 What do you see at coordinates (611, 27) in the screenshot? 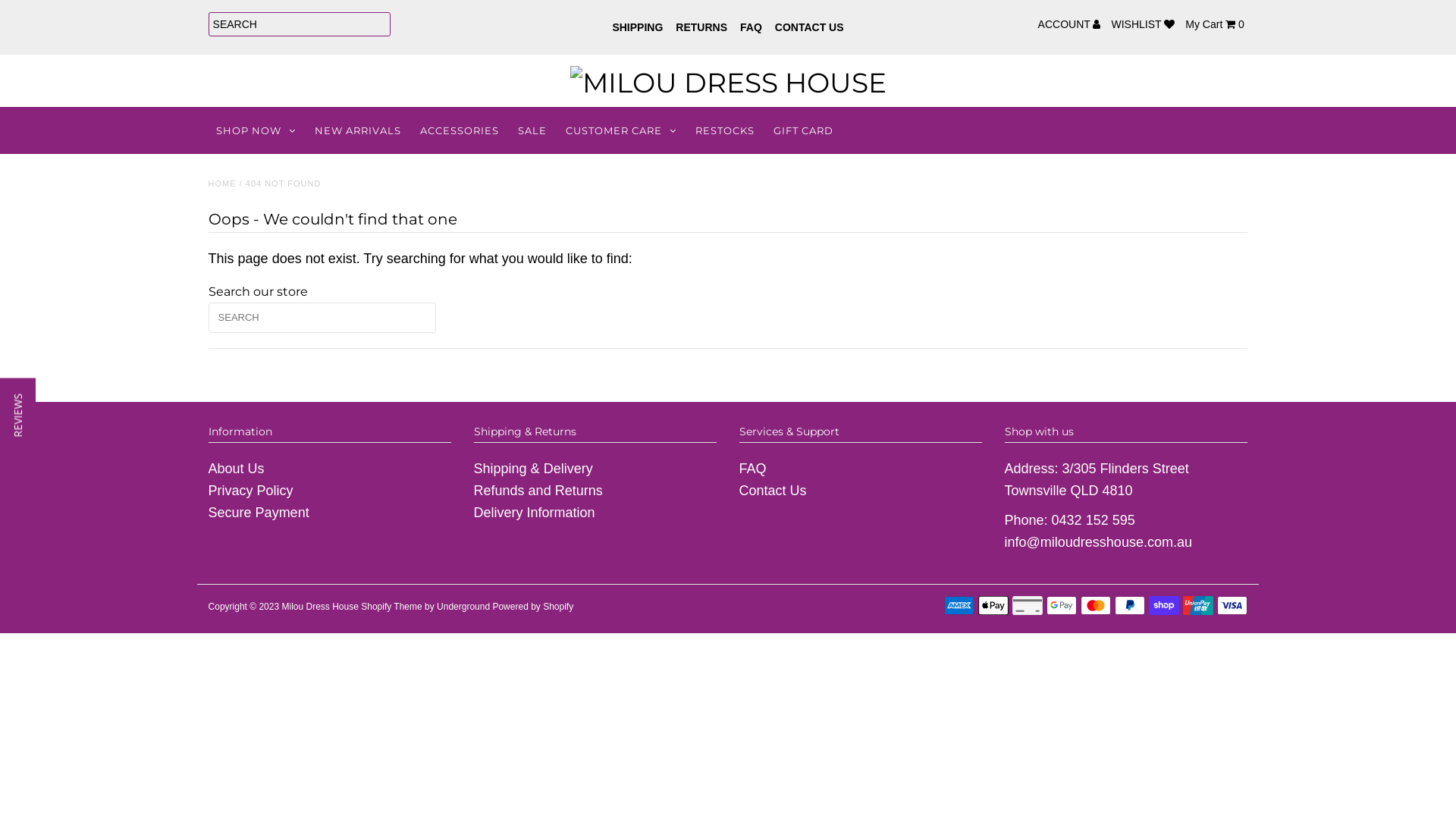
I see `'SHIPPING'` at bounding box center [611, 27].